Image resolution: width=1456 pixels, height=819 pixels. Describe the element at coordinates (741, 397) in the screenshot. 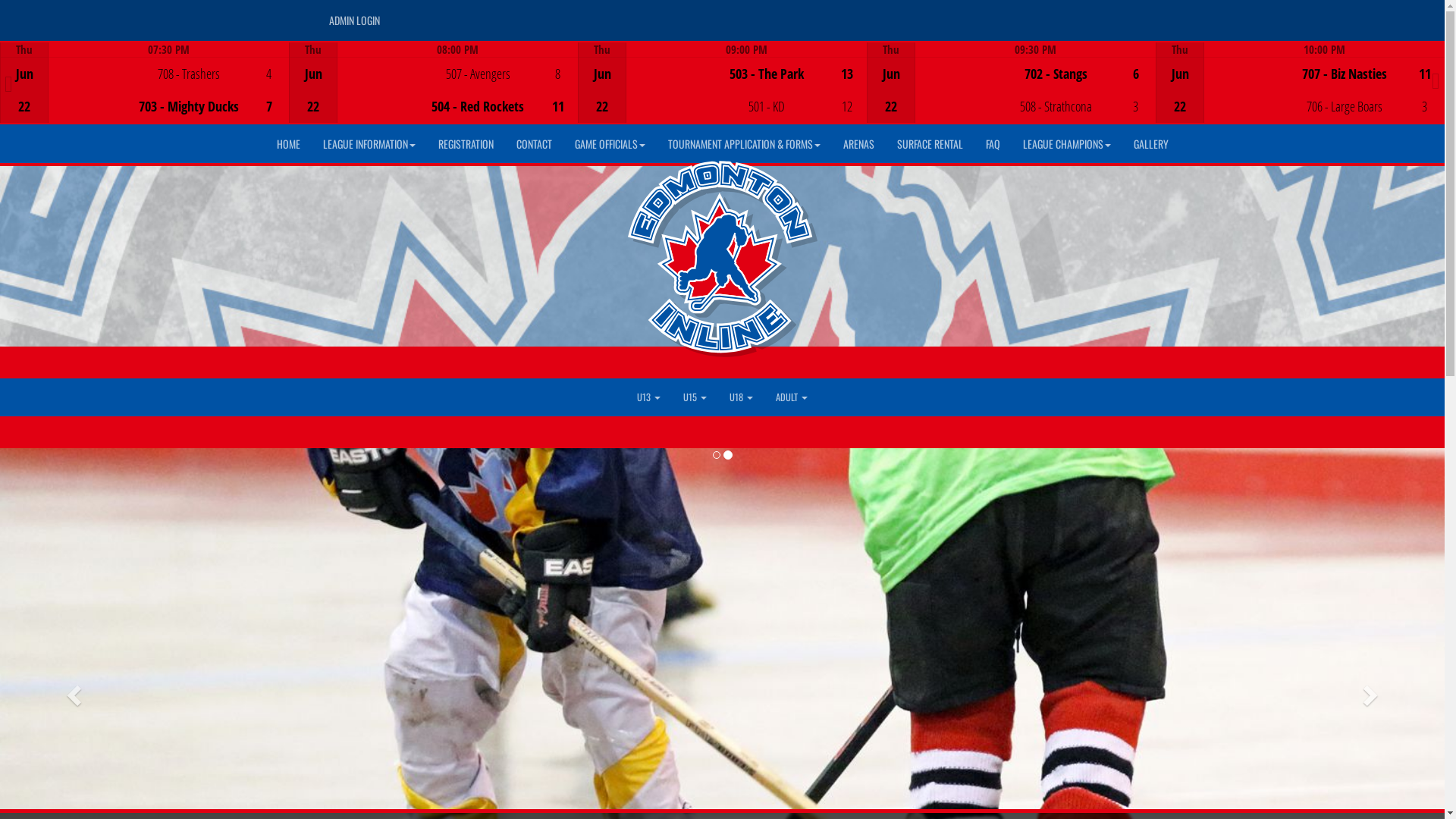

I see `'U18'` at that location.